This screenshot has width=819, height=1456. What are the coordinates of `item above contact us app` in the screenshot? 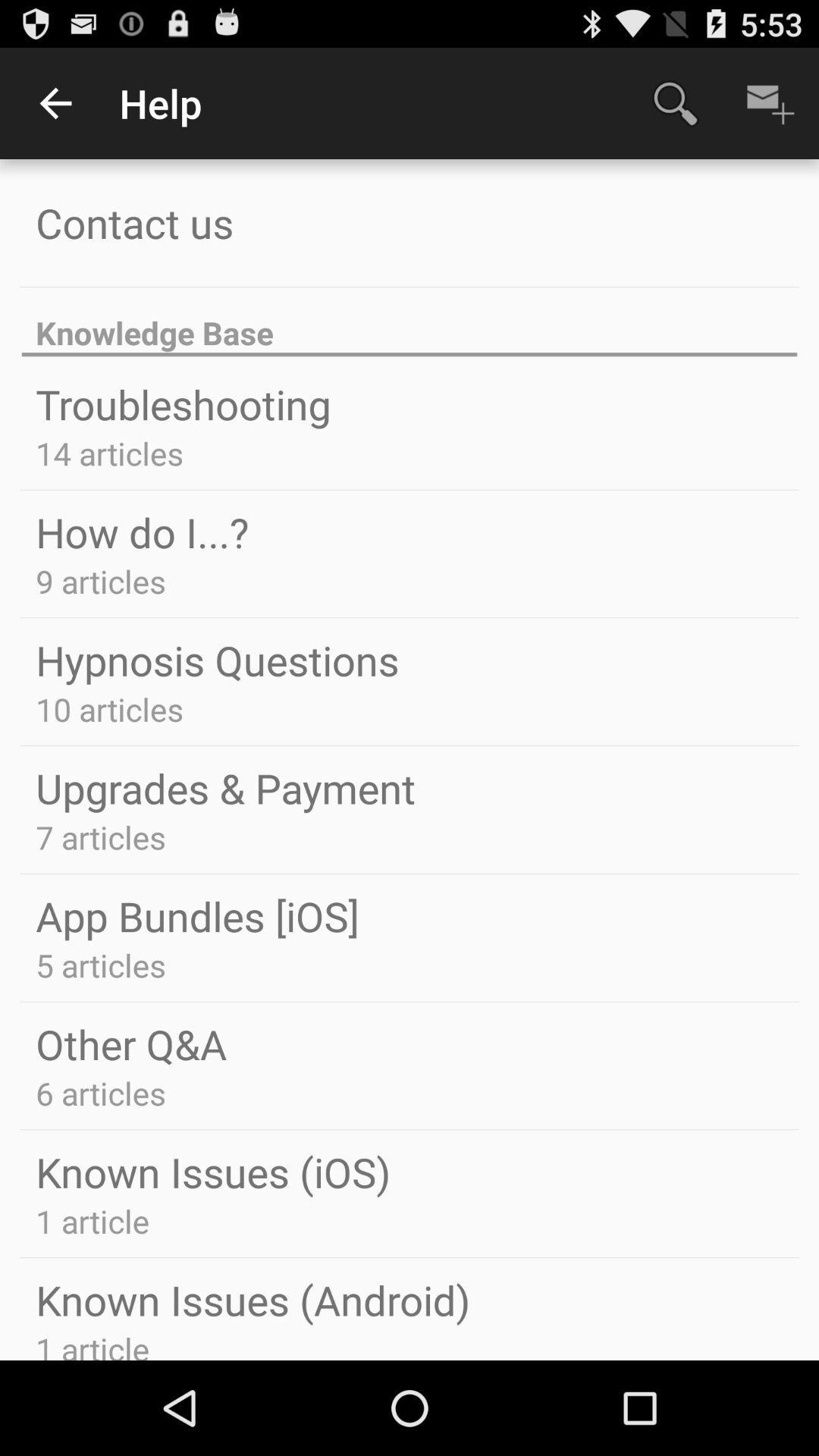 It's located at (55, 102).